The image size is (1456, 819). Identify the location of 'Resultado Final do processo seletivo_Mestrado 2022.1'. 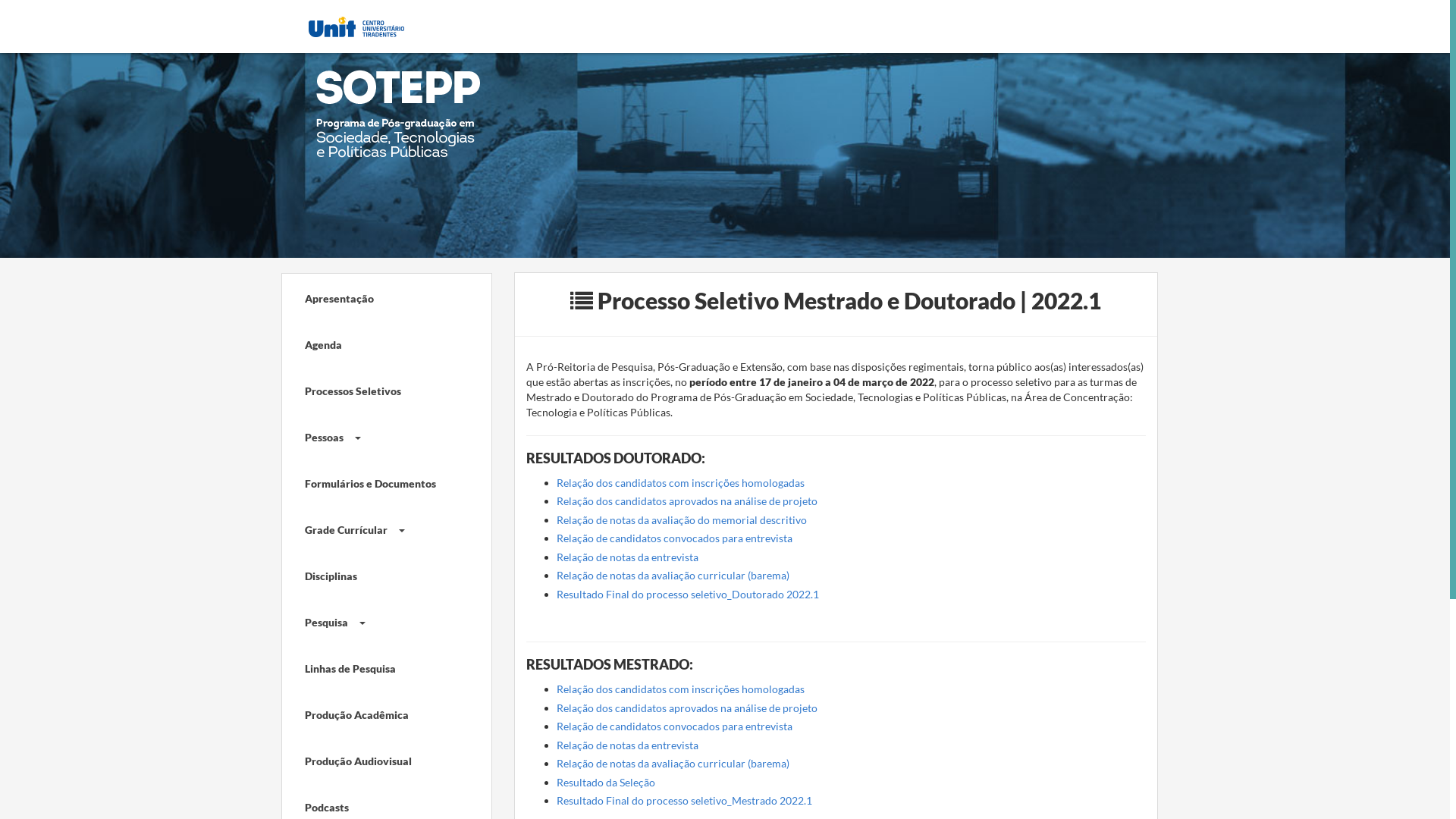
(683, 799).